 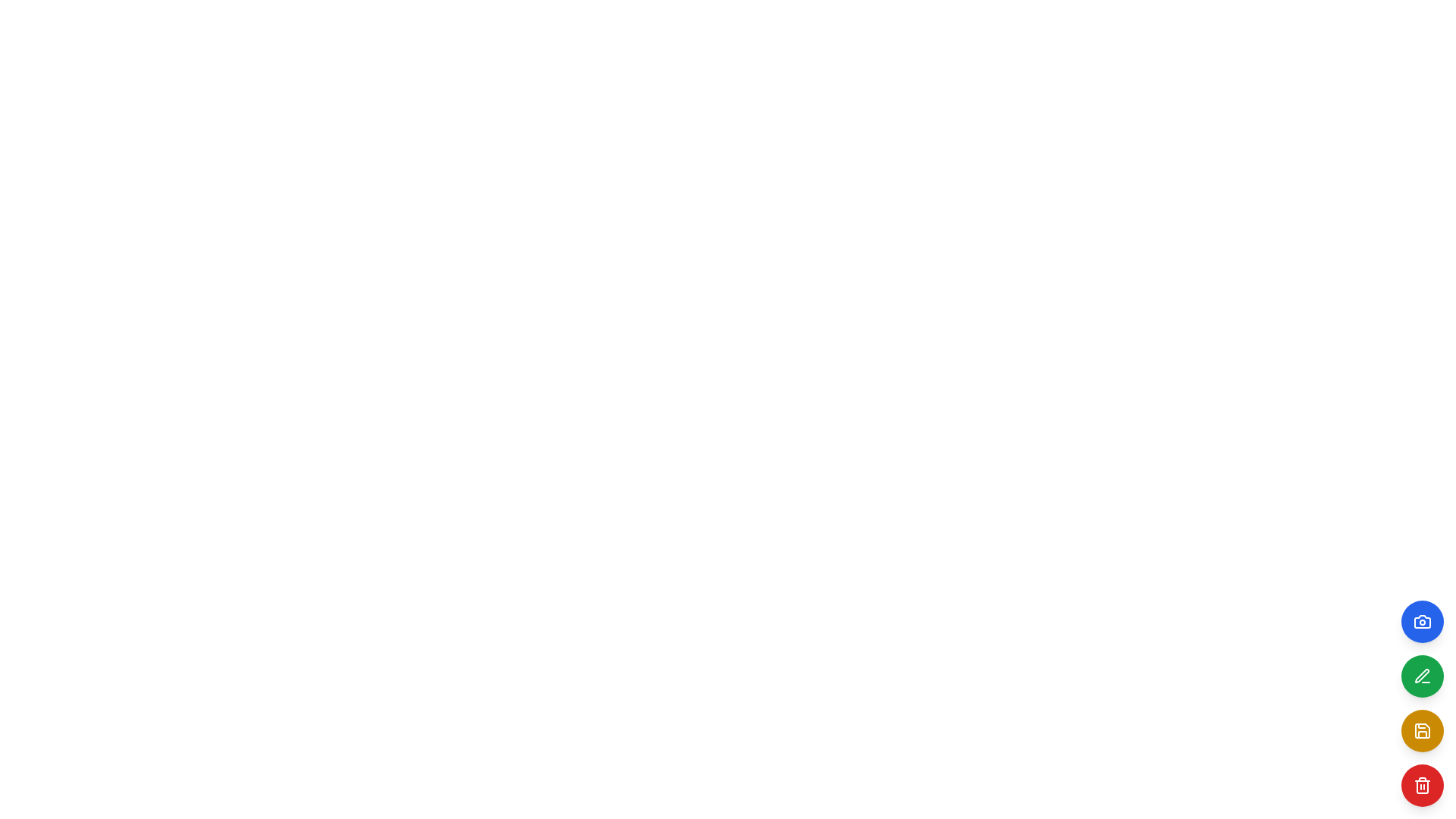 What do you see at coordinates (1422, 675) in the screenshot?
I see `the edit button located on the right edge of the interface, which is the second button from the top` at bounding box center [1422, 675].